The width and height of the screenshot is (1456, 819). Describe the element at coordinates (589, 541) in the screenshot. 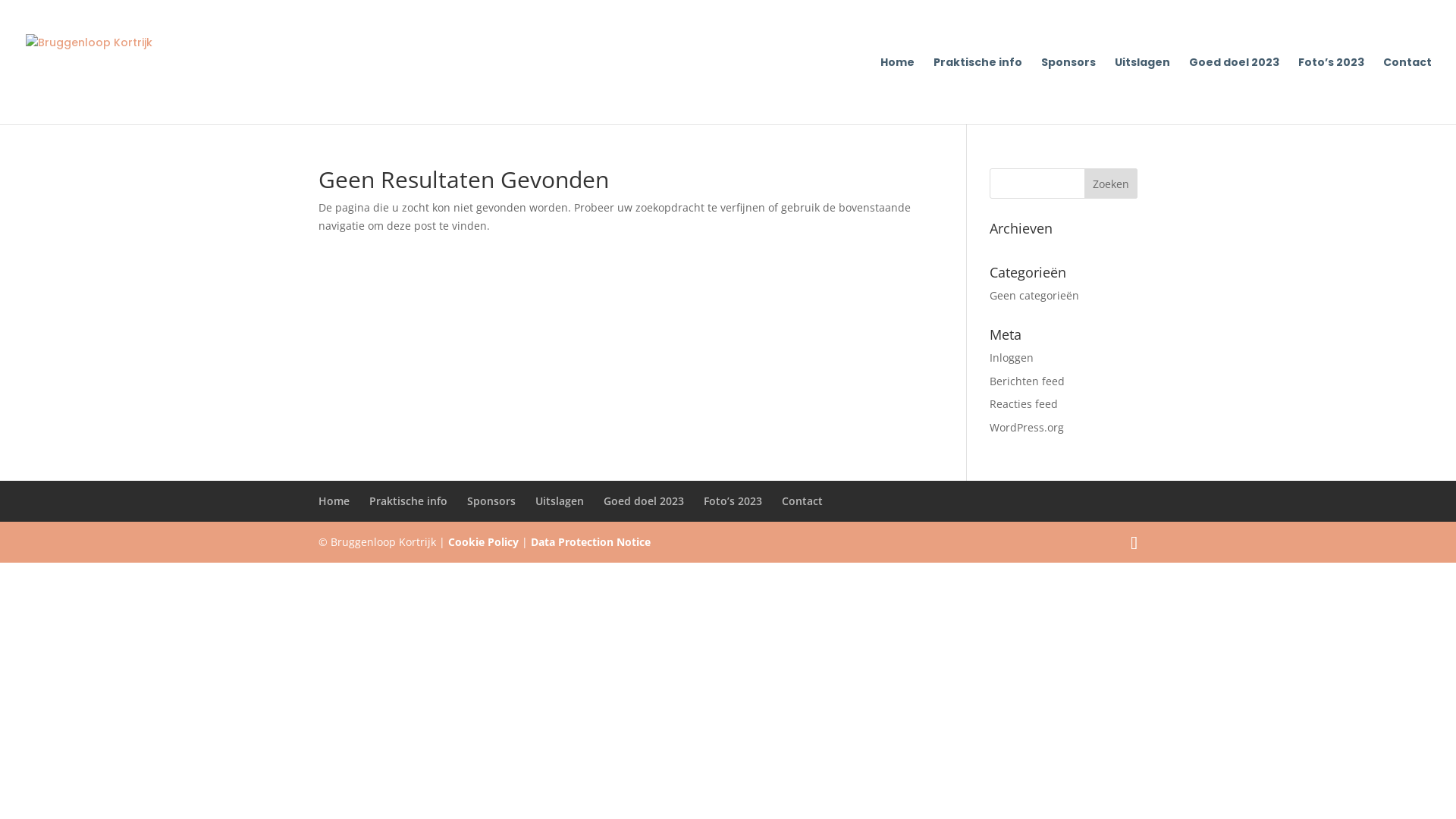

I see `'Data Protection Notice'` at that location.